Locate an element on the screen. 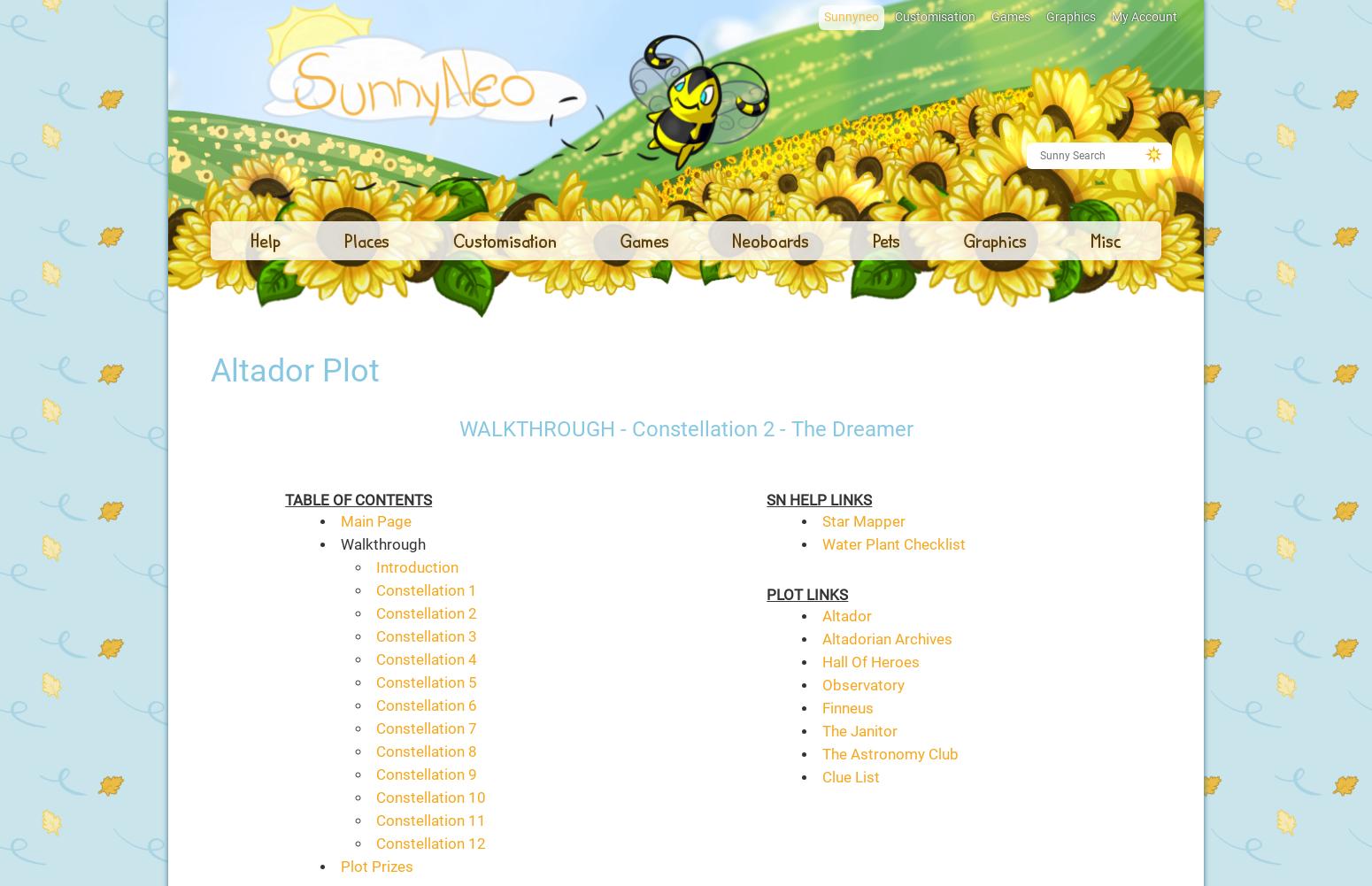 This screenshot has width=1372, height=886. 'Constellation 1' is located at coordinates (424, 589).